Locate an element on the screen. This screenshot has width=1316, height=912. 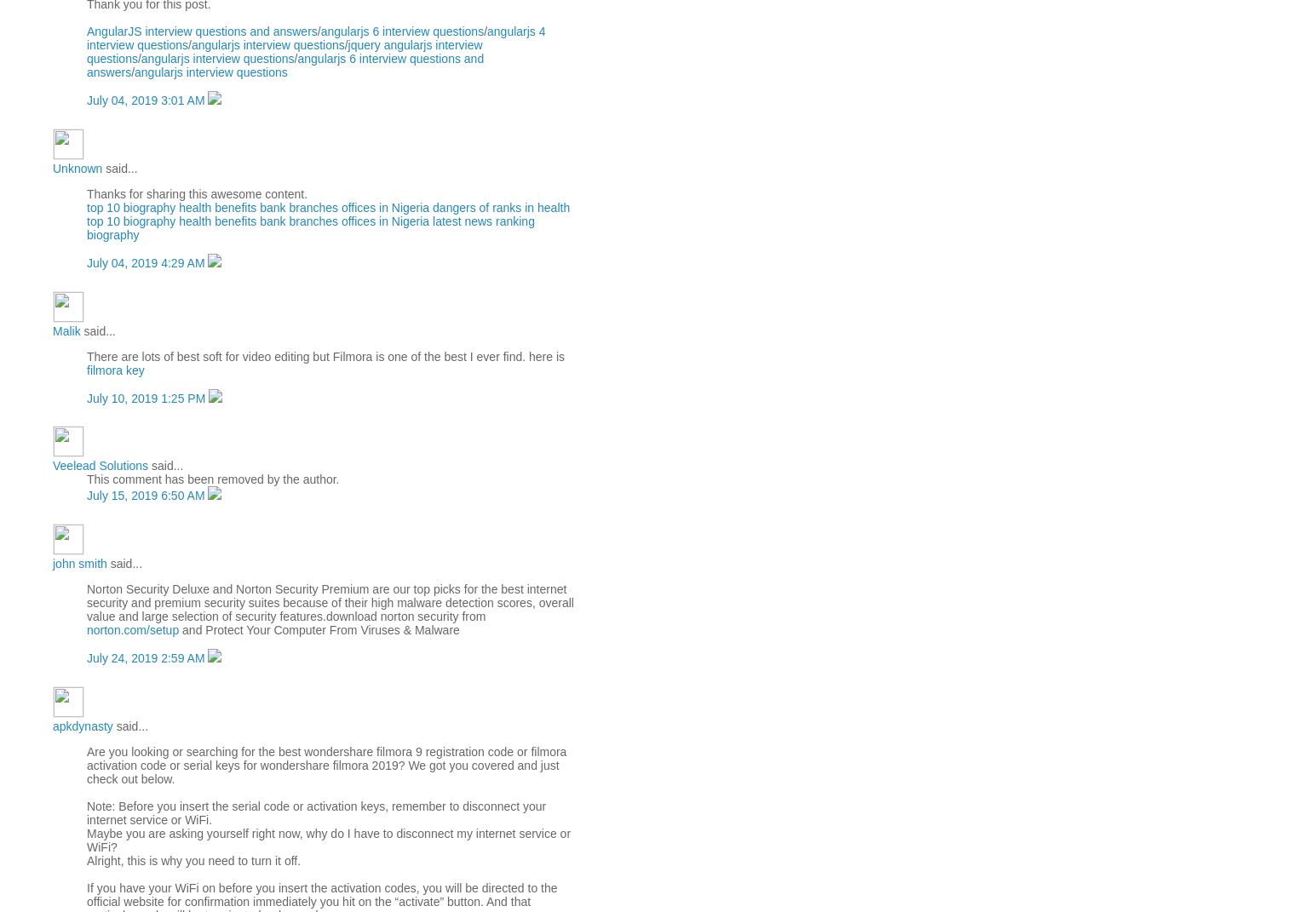
'Are you looking or searching for the best wondershare filmora 9 registration code or filmora activation code or serial keys for wondershare filmora 2019? We got you covered and just check out below.' is located at coordinates (325, 765).